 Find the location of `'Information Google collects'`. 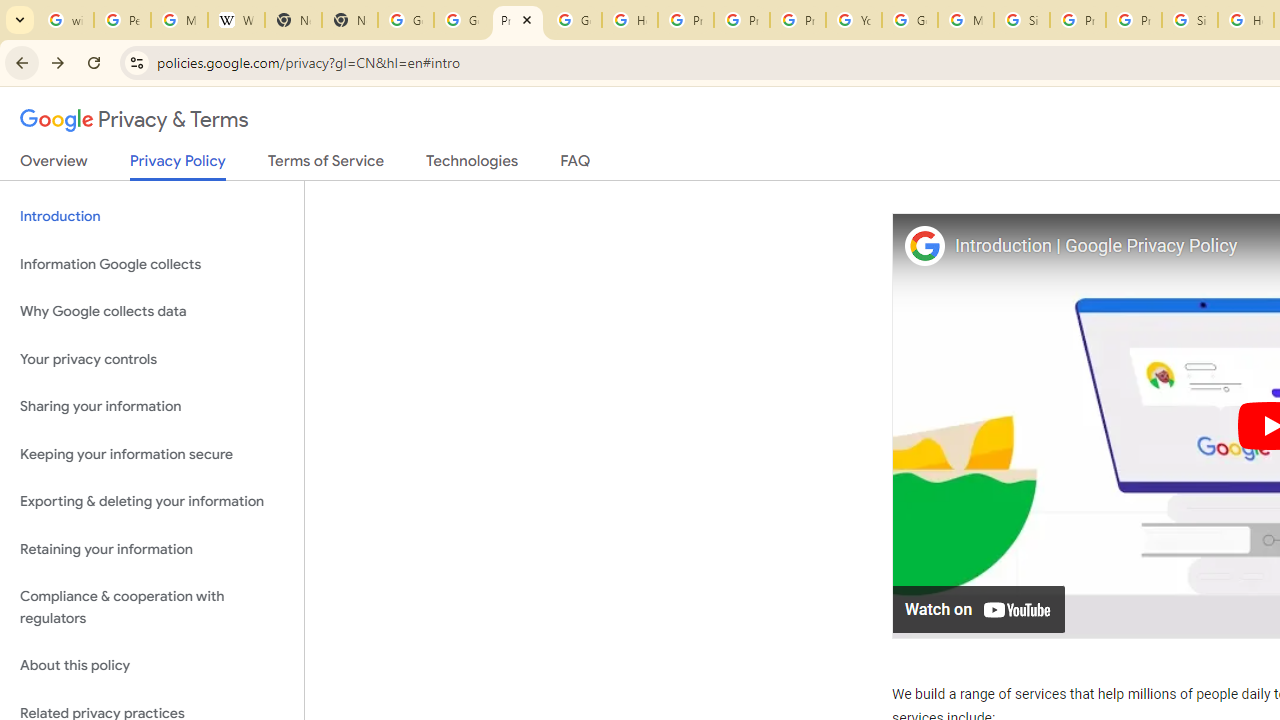

'Information Google collects' is located at coordinates (151, 263).